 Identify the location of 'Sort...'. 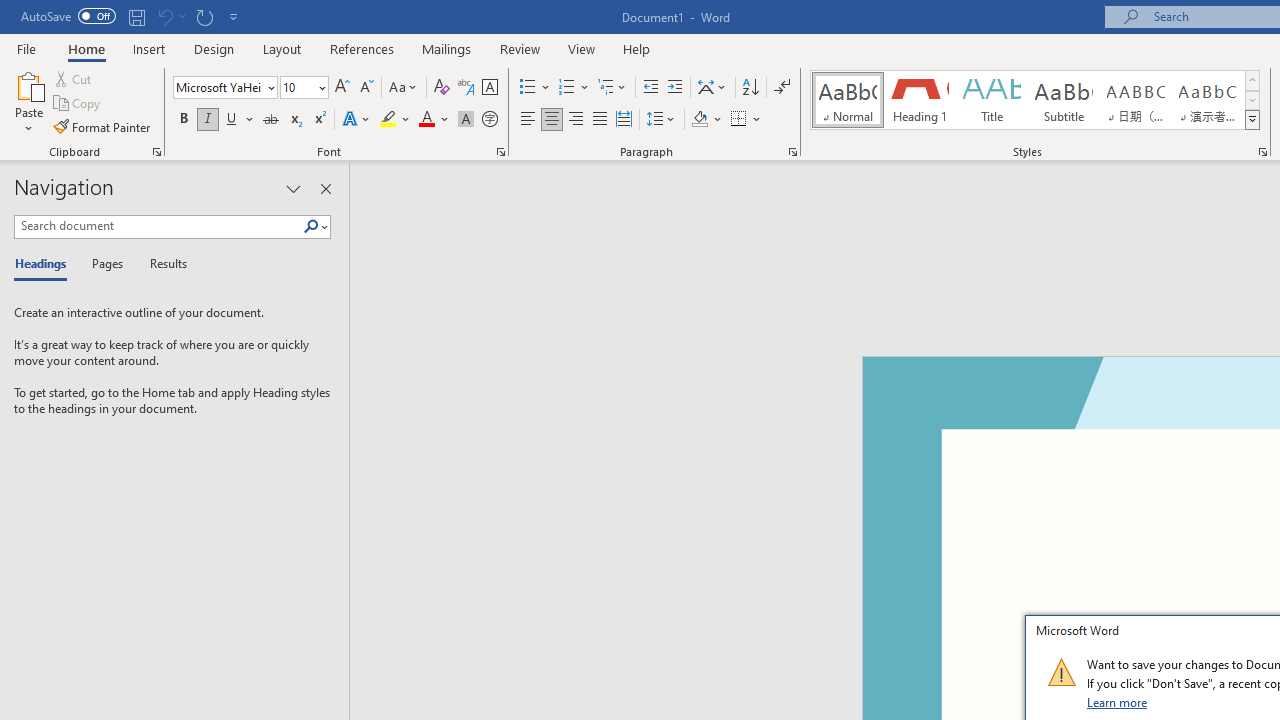
(749, 86).